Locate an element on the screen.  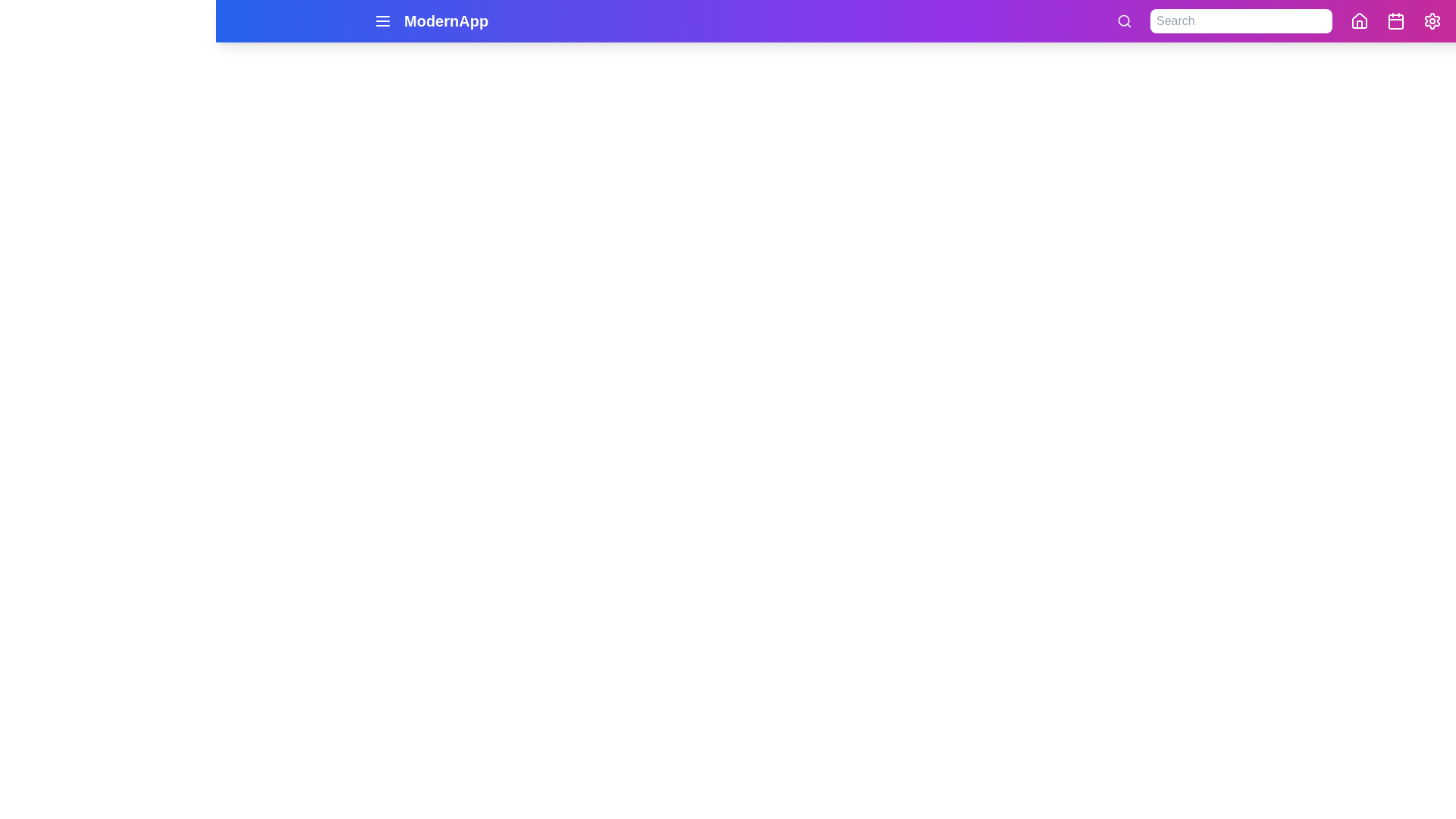
the Menu Icon (Hamburger Menu) located at the top left of the navigation bar to observe a style change is located at coordinates (382, 20).